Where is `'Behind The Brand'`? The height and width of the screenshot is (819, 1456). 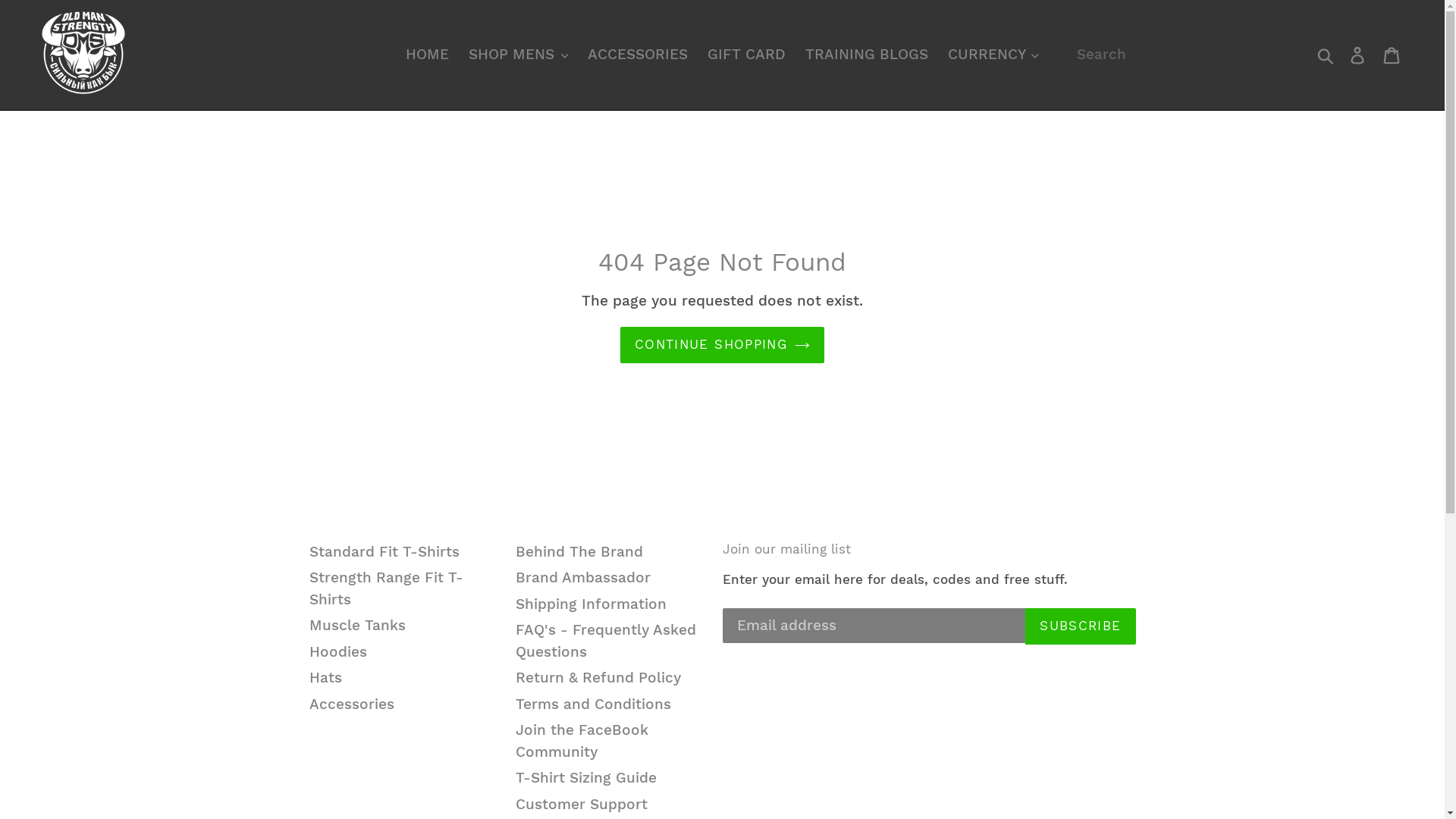
'Behind The Brand' is located at coordinates (578, 551).